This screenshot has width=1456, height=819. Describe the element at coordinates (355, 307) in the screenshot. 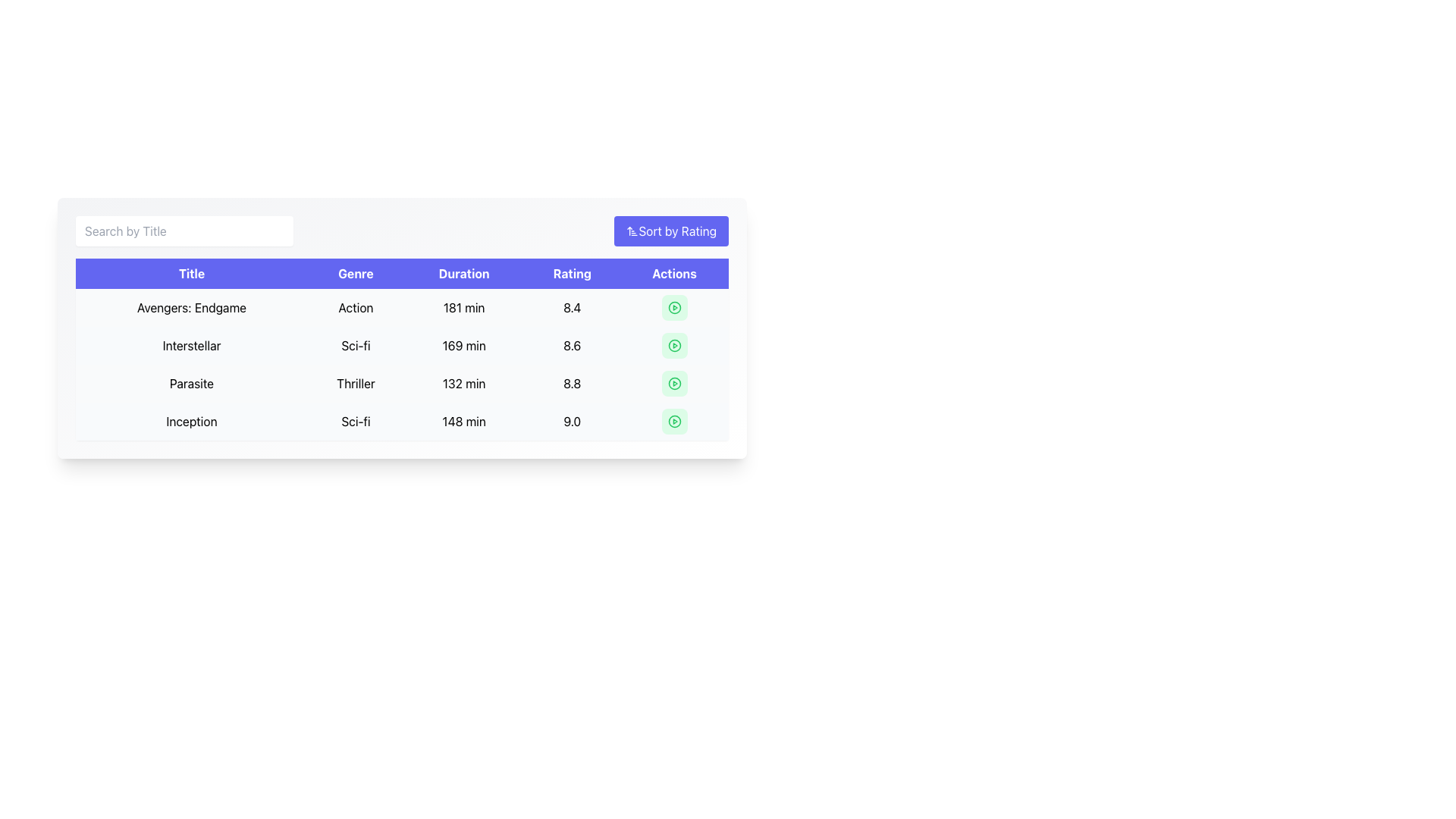

I see `the static text label that denotes the genre of the movie 'Avengers: Endgame' in the second cell of the row` at that location.